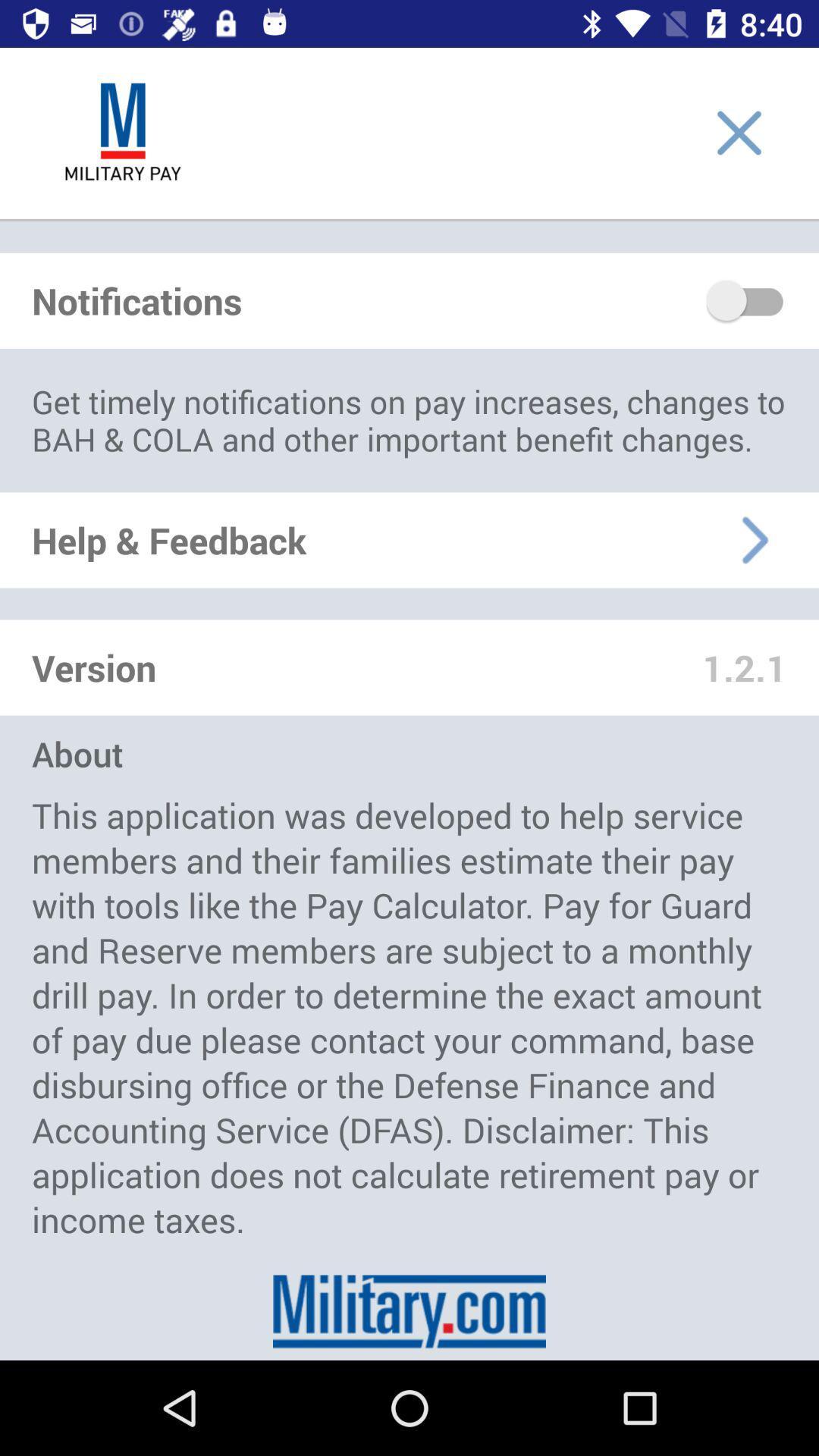  I want to click on back to military pay home, so click(122, 133).